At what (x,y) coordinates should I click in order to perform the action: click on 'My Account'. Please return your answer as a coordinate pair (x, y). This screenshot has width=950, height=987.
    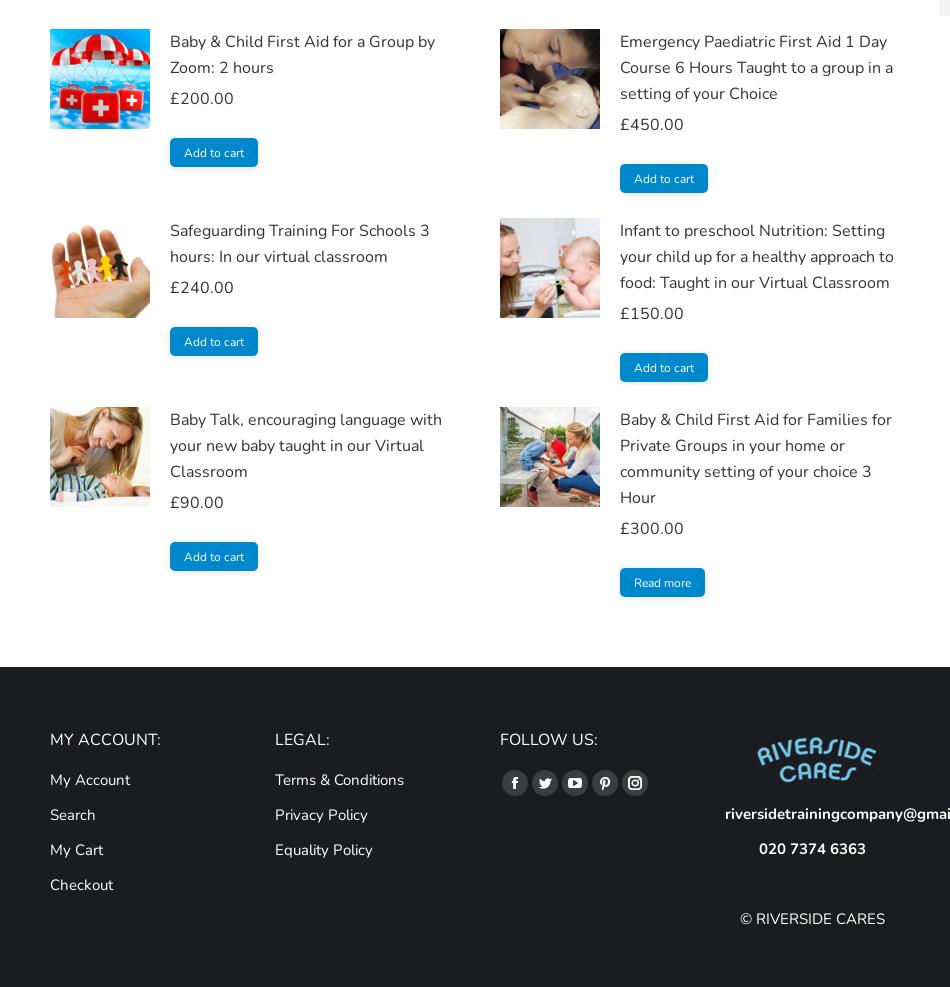
    Looking at the image, I should click on (89, 780).